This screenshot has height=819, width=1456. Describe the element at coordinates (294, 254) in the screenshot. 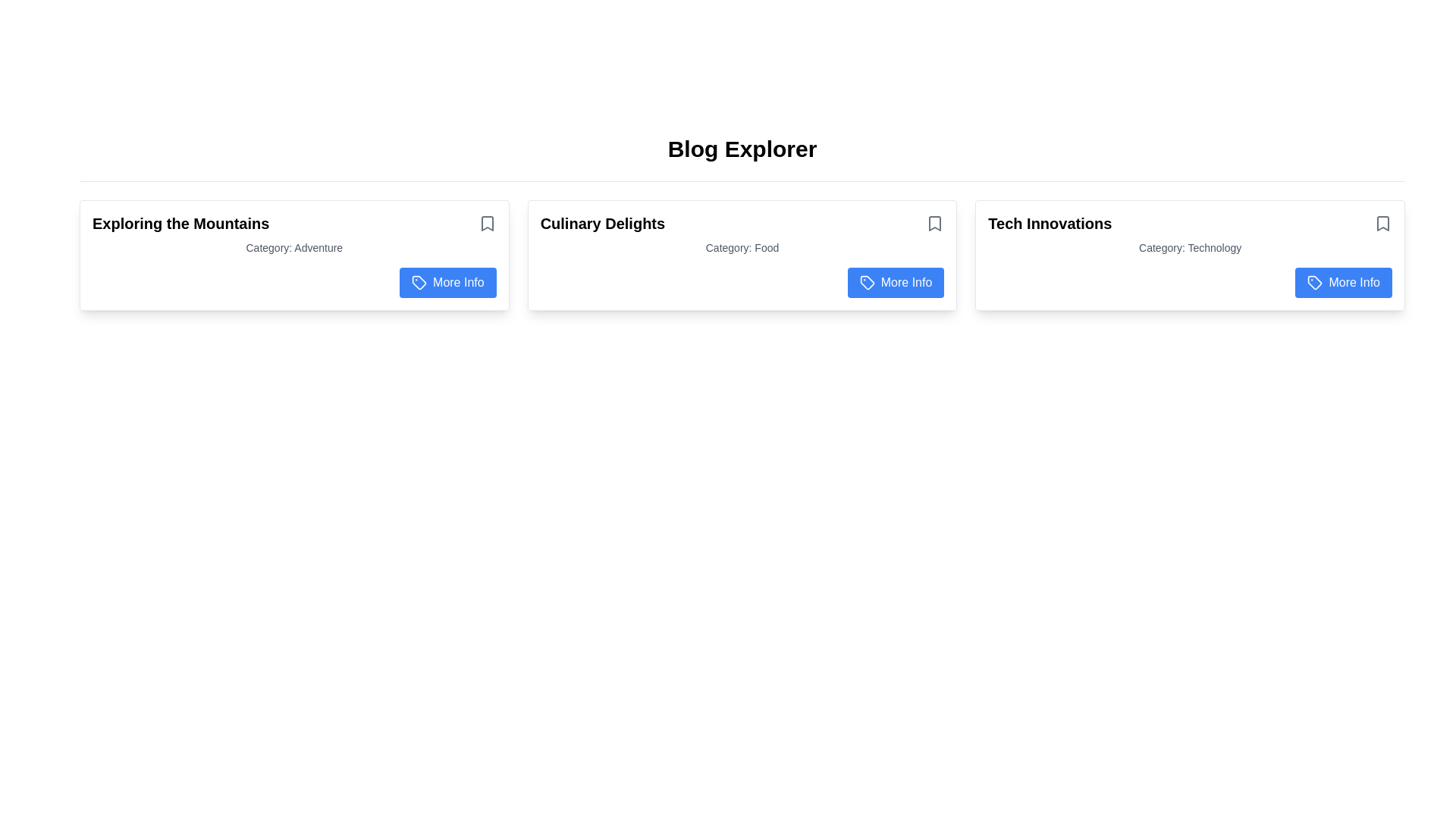

I see `the first adventure-themed card in the leftmost column of the grid` at that location.